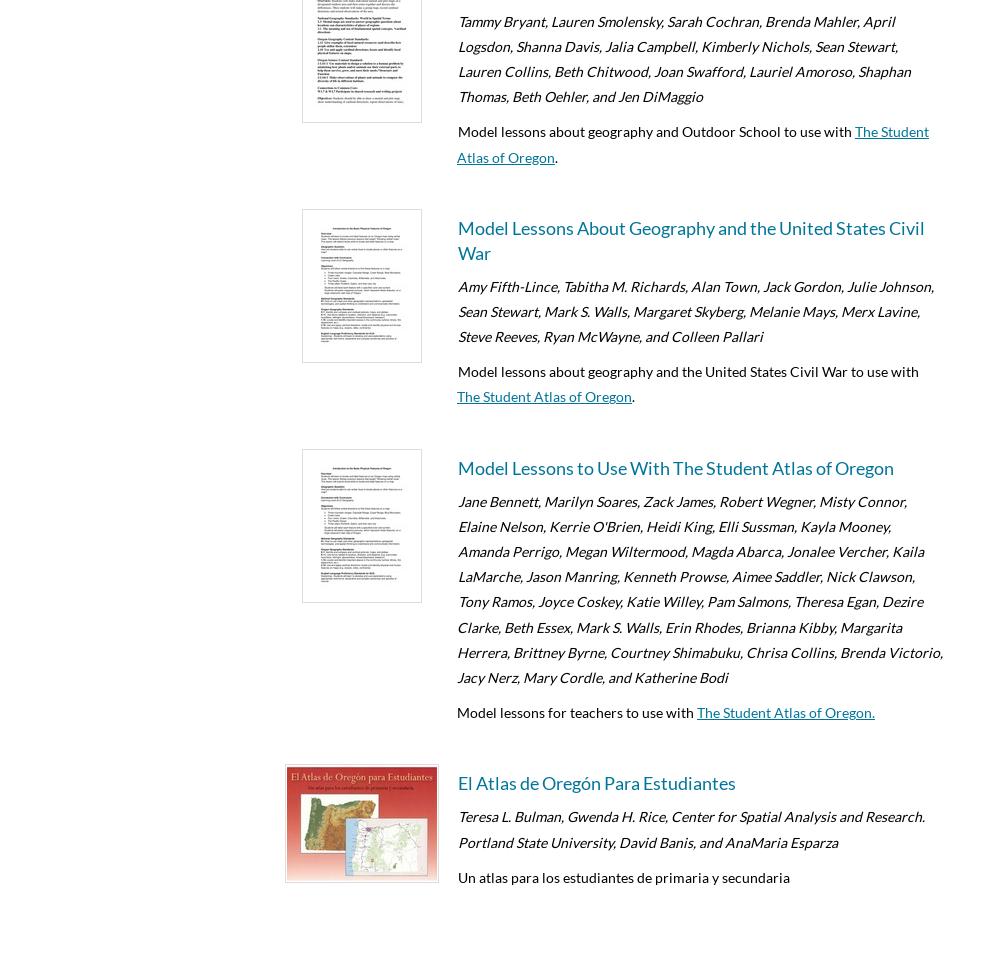 The width and height of the screenshot is (996, 954). Describe the element at coordinates (699, 587) in the screenshot. I see `'Jane Bennett, Marilyn Soares, Zack James, Robert Wegner, Misty Connor, Elaine Nelson, Kerrie O'Brien, Heidi King, Elli Sussman, Kayla Mooney, Amanda Perrigo, Megan Wiltermood, Magda Abarca, Jonalee Vercher, Kaila LaMarche, Jason Manring, Kenneth Prowse, Aimee Saddler, Nick Clawson, Tony Ramos, Joyce Coskey, Katie Willey, Pam Salmons, Theresa Egan, Dezire Clarke, Beth Essex, Mark S. Walls, Erin Rhodes, Brianna Kibby, Margarita Herrera, Brittney Byrne, Courtney Shimabuku, Chrisa Collins, Brenda Victorio, Jacy Nerz, Mary Cordle, and Katherine Bodi'` at that location.